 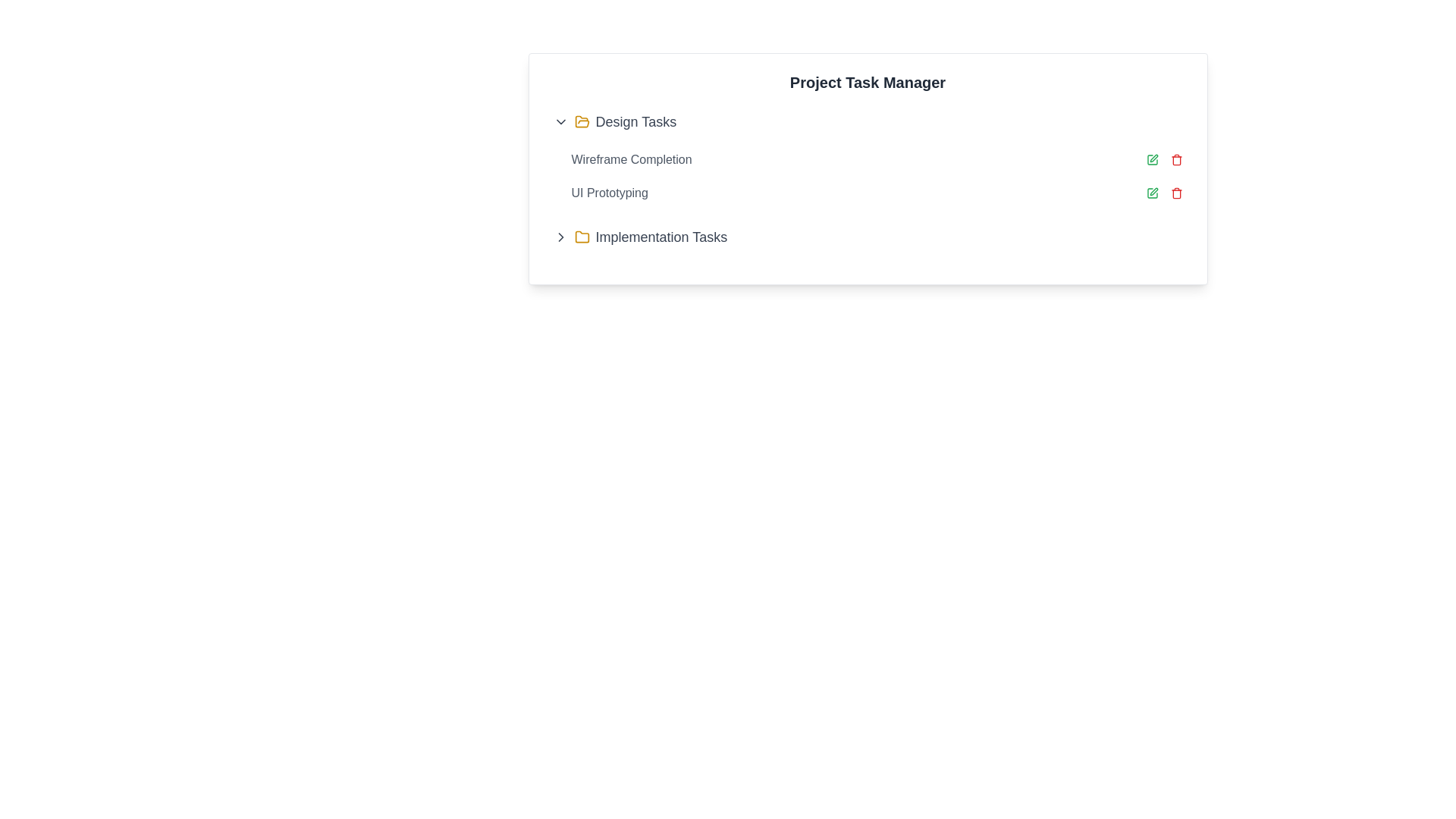 I want to click on the red trash can icon button, which is located to the far right of the 'Wireframe Completion' text row, so click(x=1175, y=160).